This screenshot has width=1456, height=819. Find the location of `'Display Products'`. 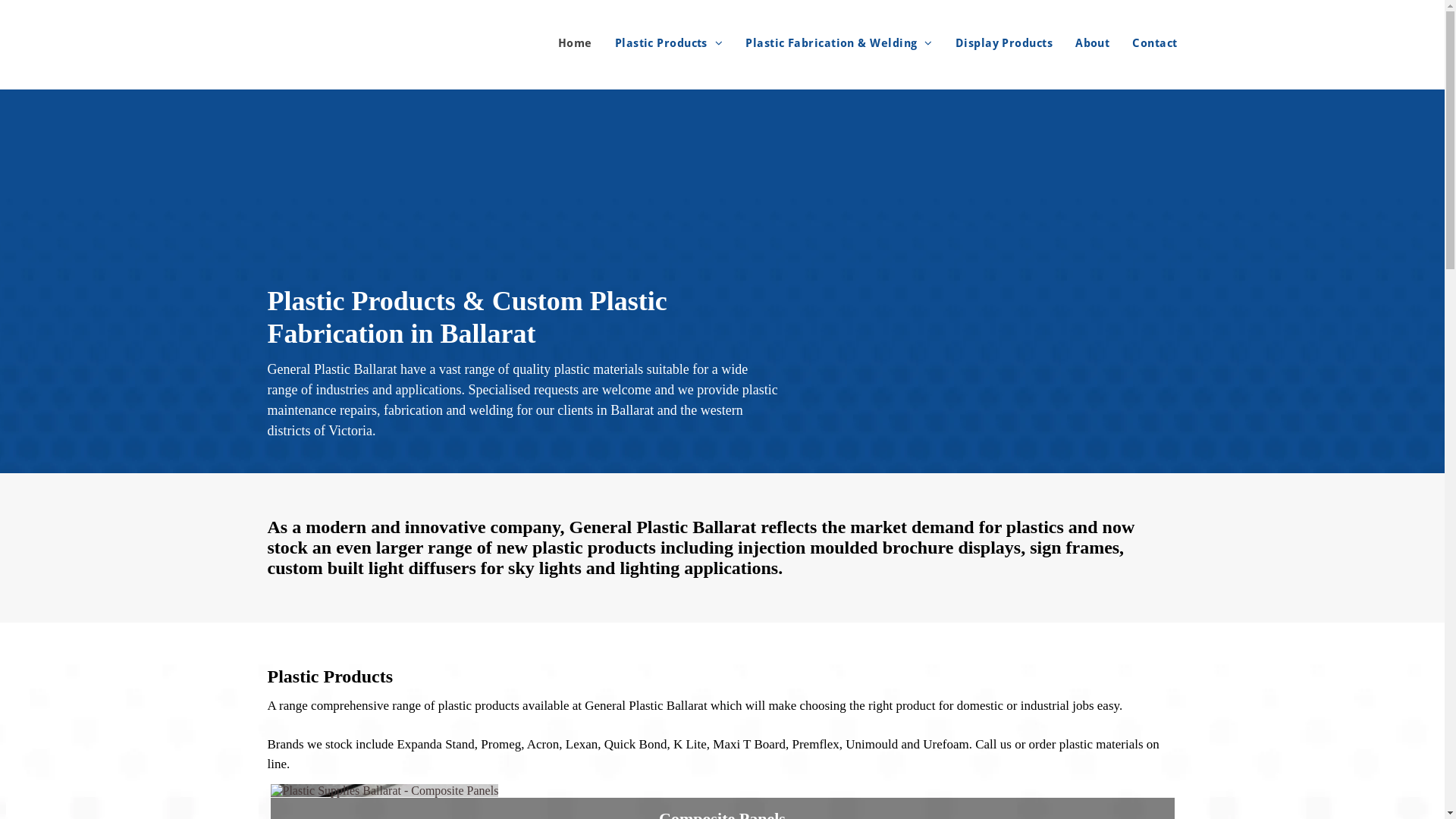

'Display Products' is located at coordinates (931, 42).